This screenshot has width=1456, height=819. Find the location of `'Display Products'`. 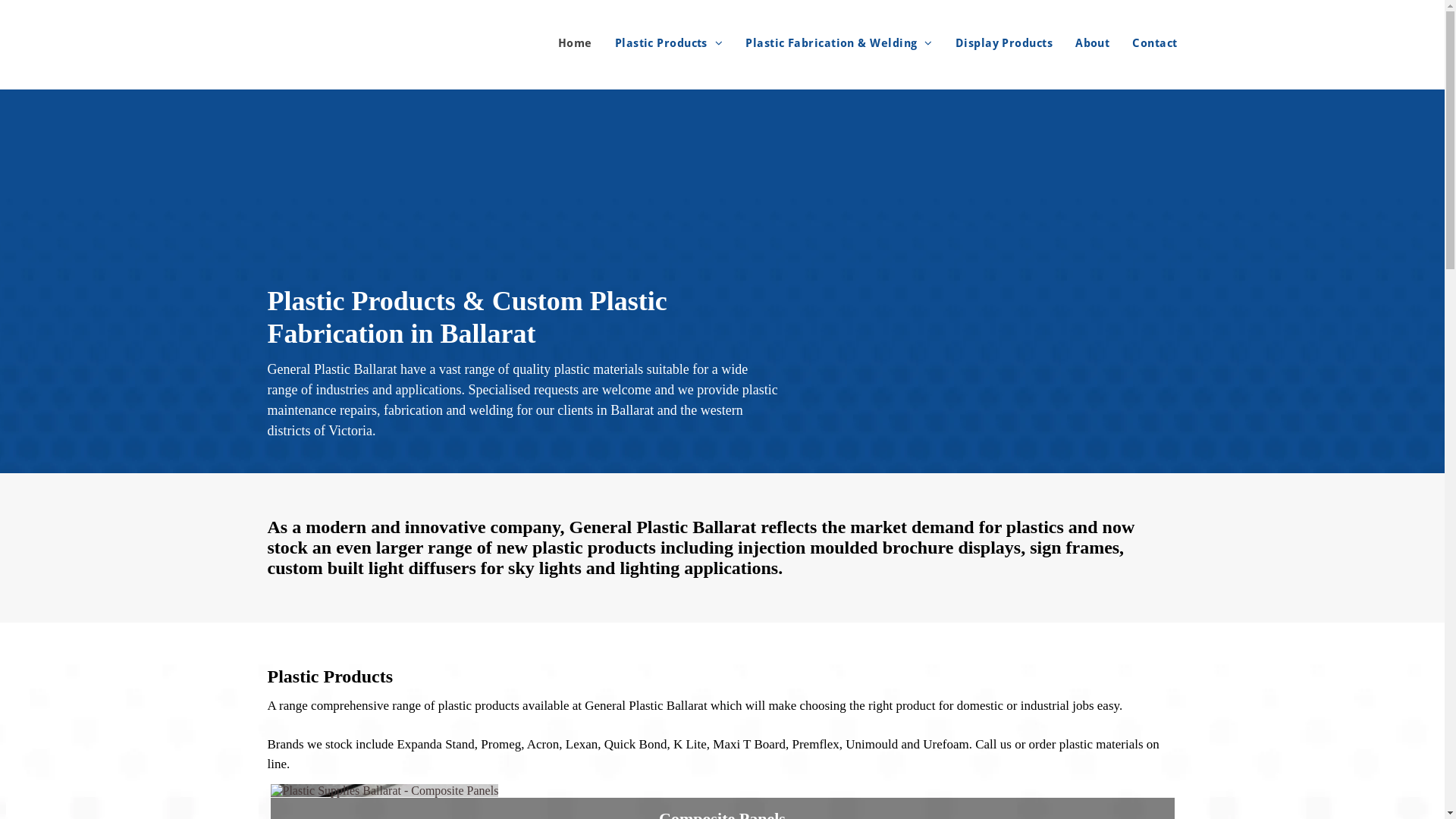

'Display Products' is located at coordinates (931, 42).